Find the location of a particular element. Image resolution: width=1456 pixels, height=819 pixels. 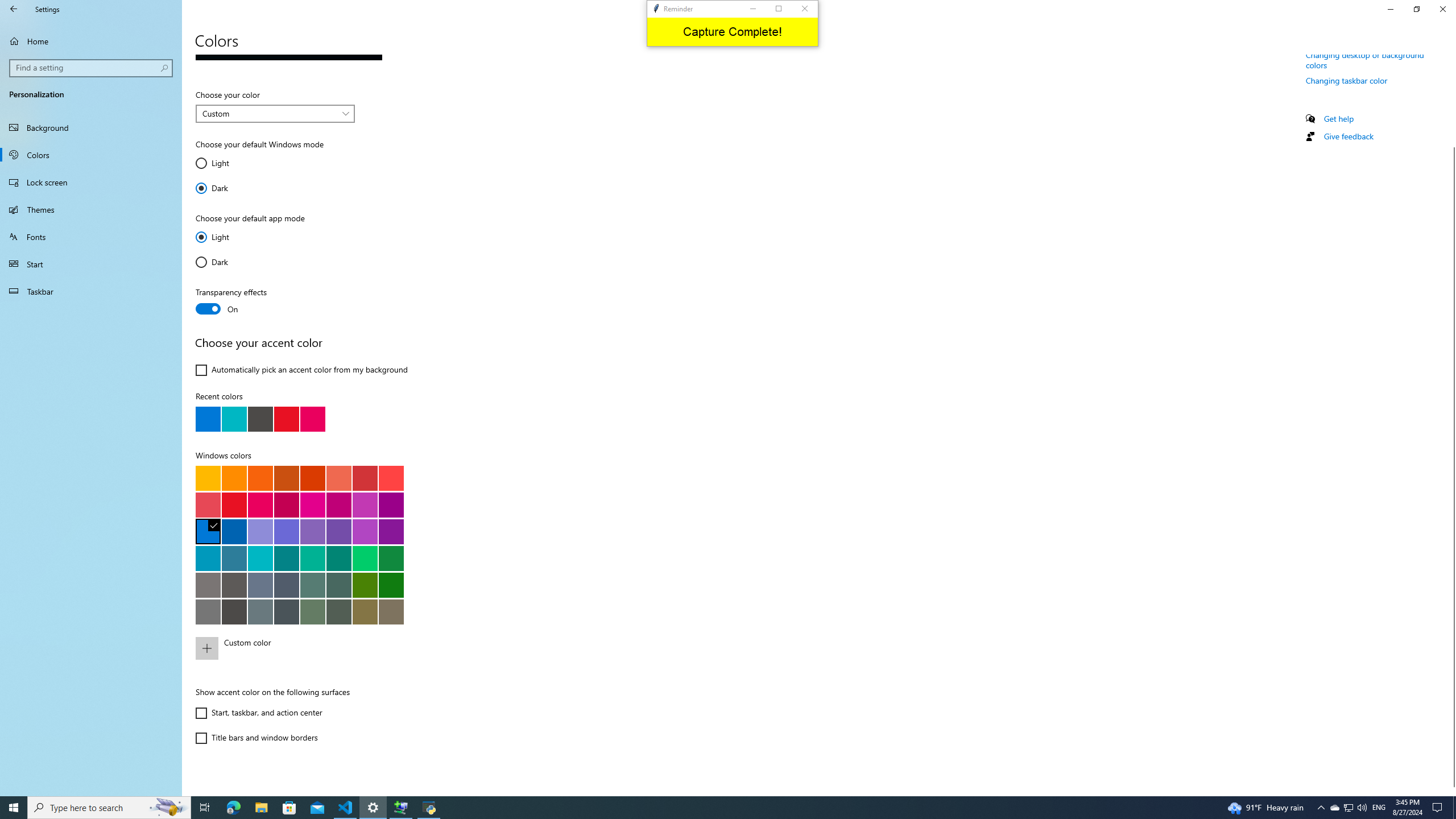

'Plum light' is located at coordinates (312, 504).